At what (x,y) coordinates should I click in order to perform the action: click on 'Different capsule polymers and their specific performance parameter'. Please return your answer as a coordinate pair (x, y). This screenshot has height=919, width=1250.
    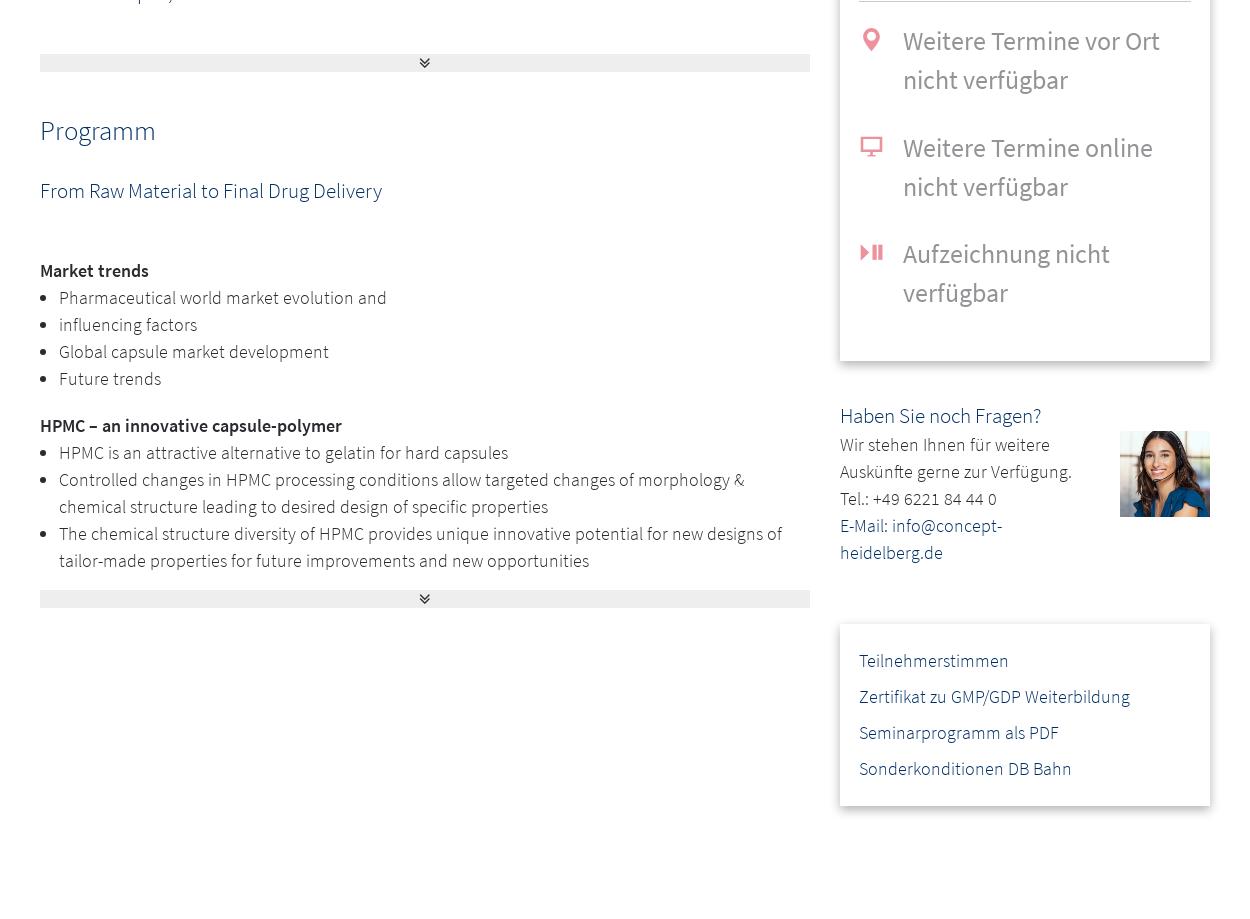
    Looking at the image, I should click on (315, 658).